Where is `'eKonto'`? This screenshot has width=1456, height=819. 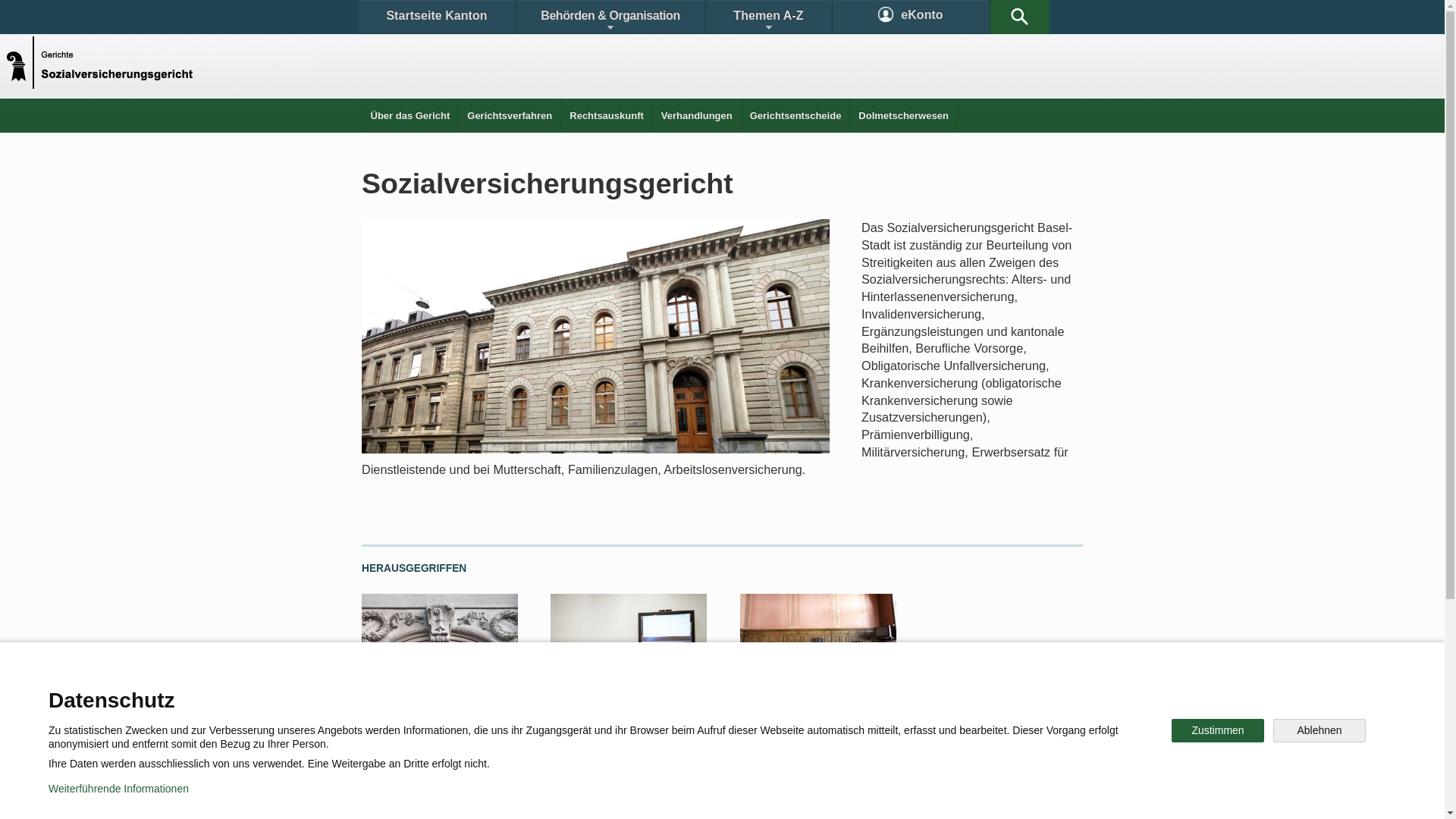
'eKonto' is located at coordinates (910, 17).